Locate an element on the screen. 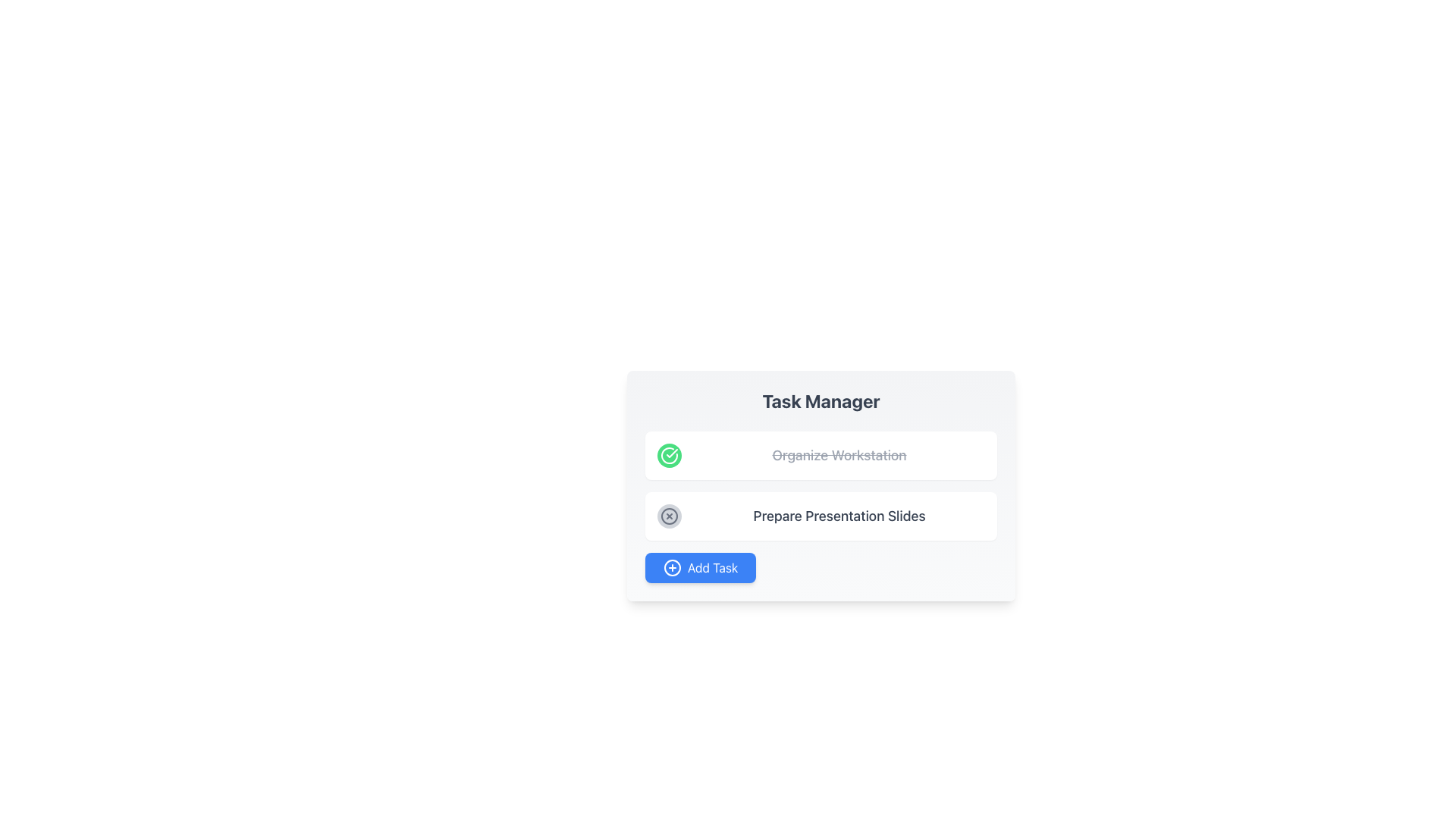 This screenshot has height=819, width=1456. the status indicator icon located in the second row of the task list, to the left of the text 'Prepare Presentation Slides' is located at coordinates (669, 516).